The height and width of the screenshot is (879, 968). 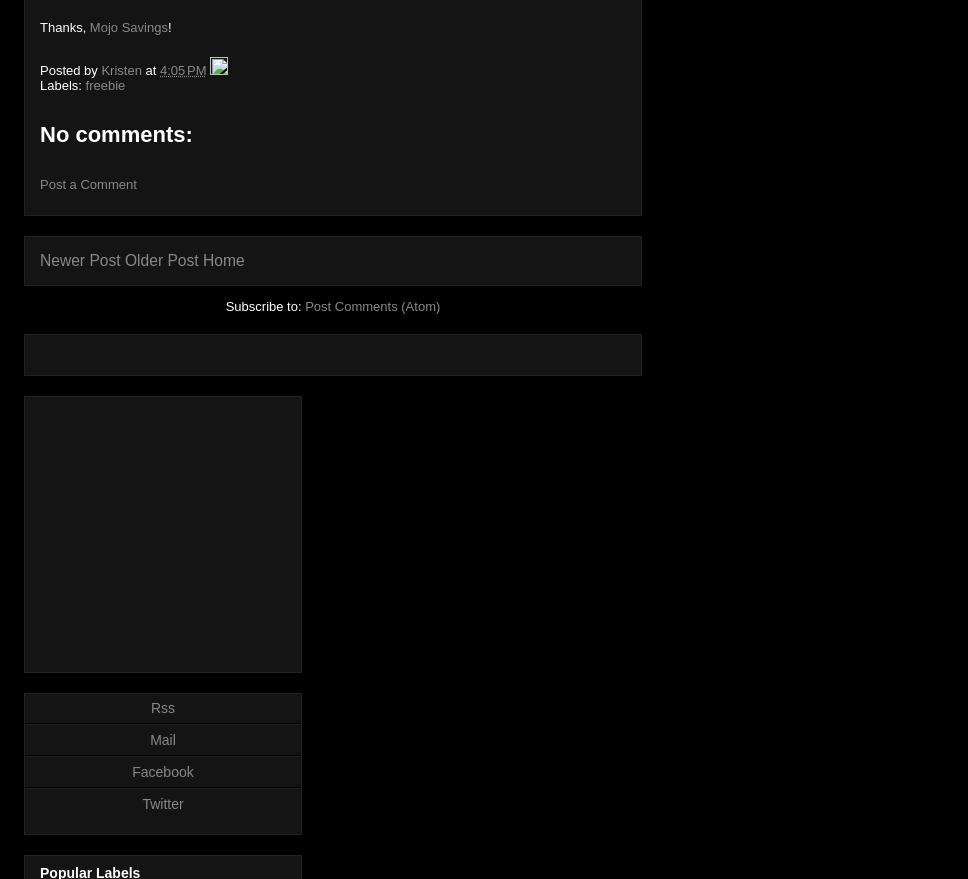 What do you see at coordinates (126, 26) in the screenshot?
I see `'Mojo Savings'` at bounding box center [126, 26].